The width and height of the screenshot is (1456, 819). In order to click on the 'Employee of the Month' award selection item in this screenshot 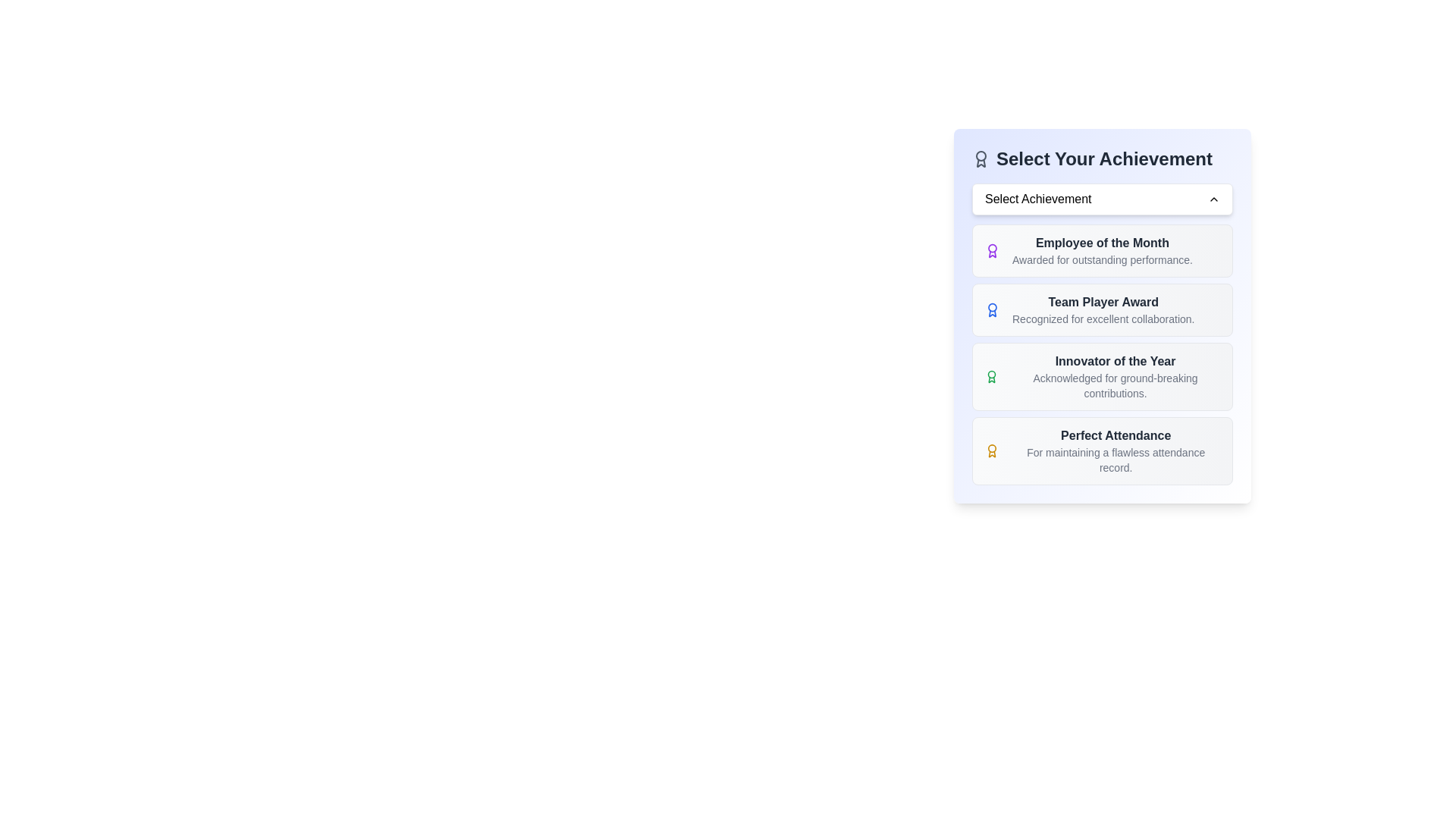, I will do `click(1103, 250)`.